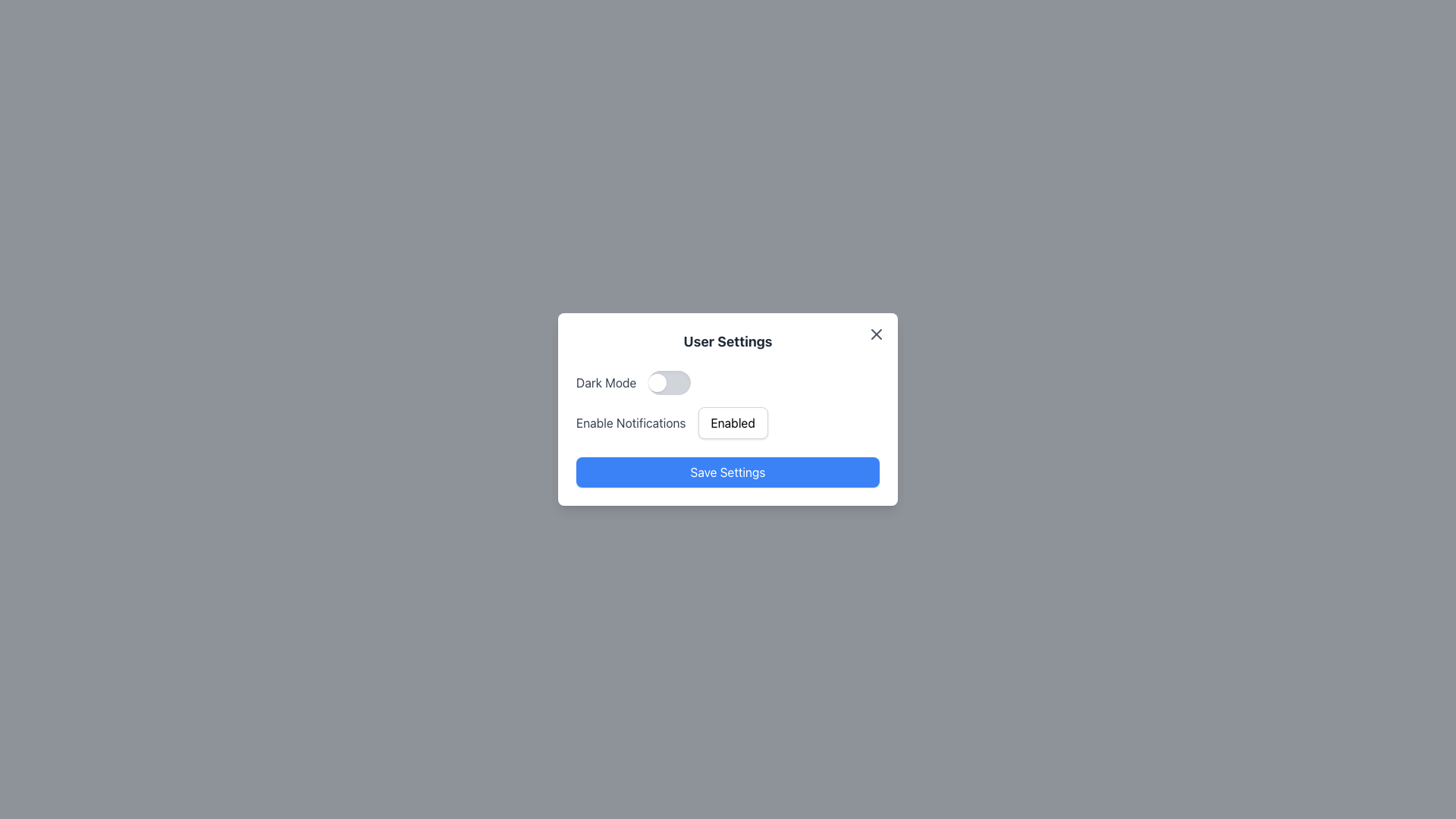 This screenshot has width=1456, height=819. What do you see at coordinates (733, 423) in the screenshot?
I see `the rectangular button labeled 'Enabled' with a white background and rounded edges` at bounding box center [733, 423].